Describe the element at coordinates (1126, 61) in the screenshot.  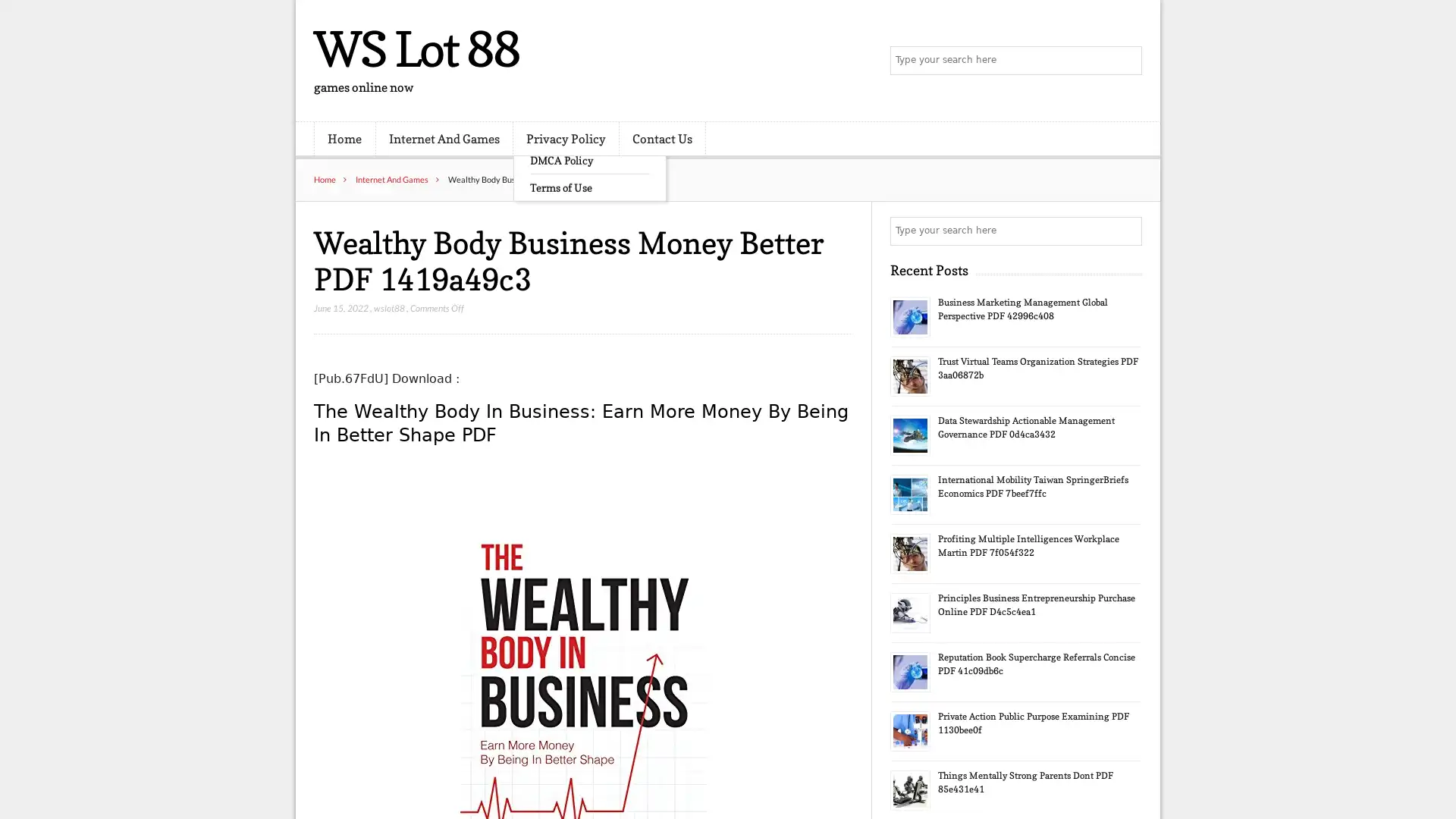
I see `Search` at that location.